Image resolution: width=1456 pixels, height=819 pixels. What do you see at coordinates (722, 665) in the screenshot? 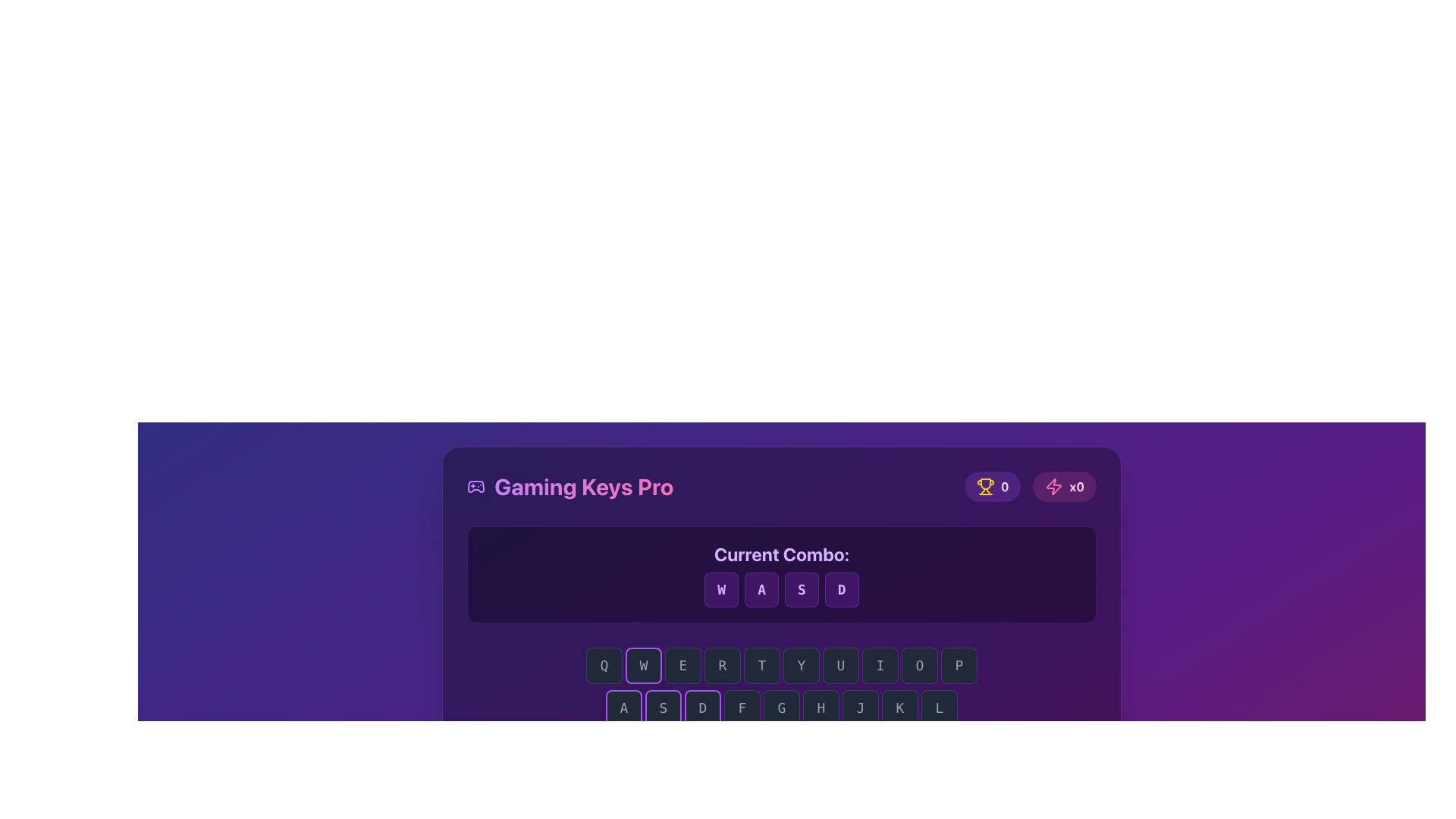
I see `the fourth button in a row of lettered buttons, located between 'E' and 'T', to trigger the hover effect` at bounding box center [722, 665].